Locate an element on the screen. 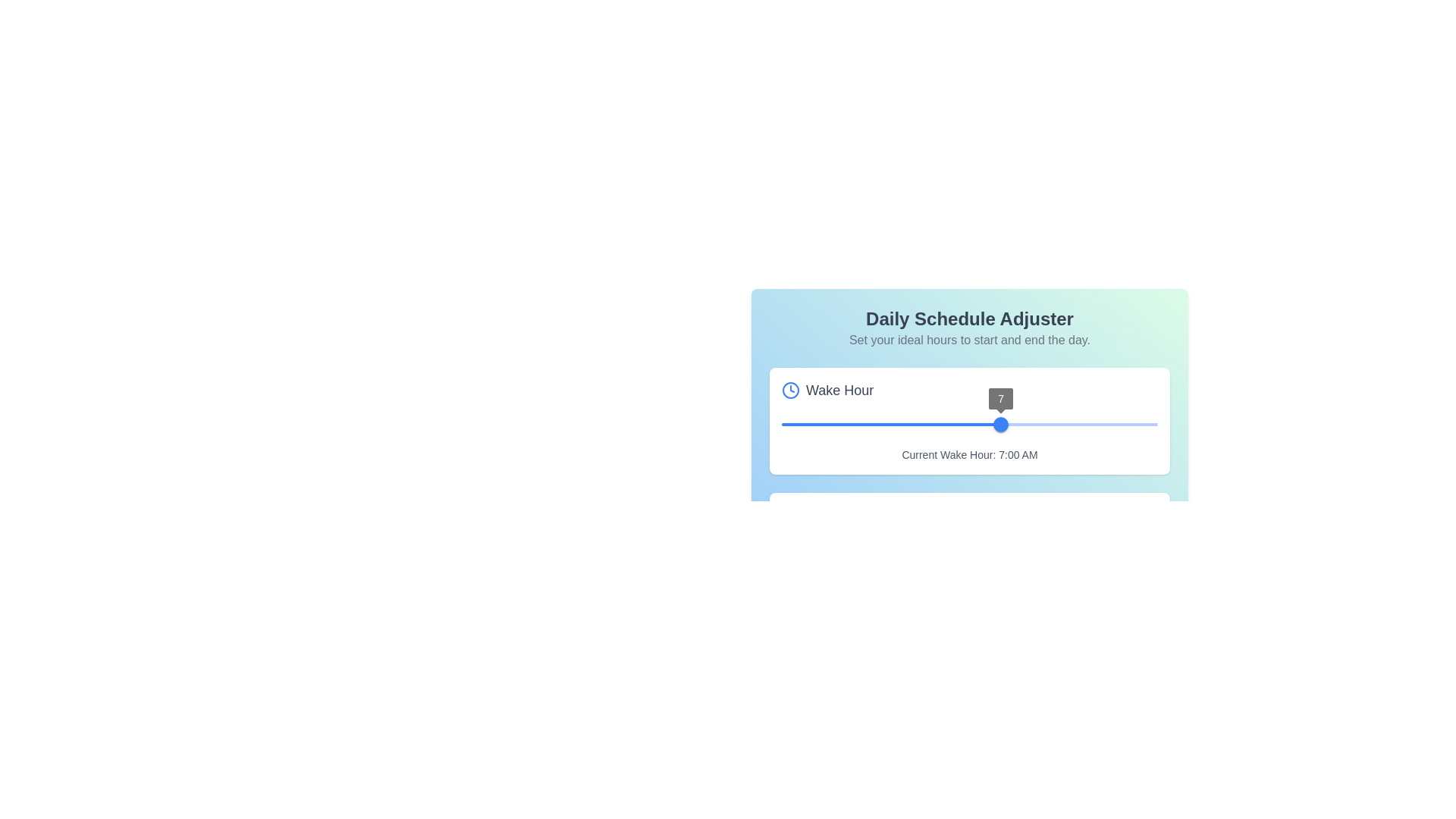 This screenshot has height=819, width=1456. the wake hour is located at coordinates (977, 424).